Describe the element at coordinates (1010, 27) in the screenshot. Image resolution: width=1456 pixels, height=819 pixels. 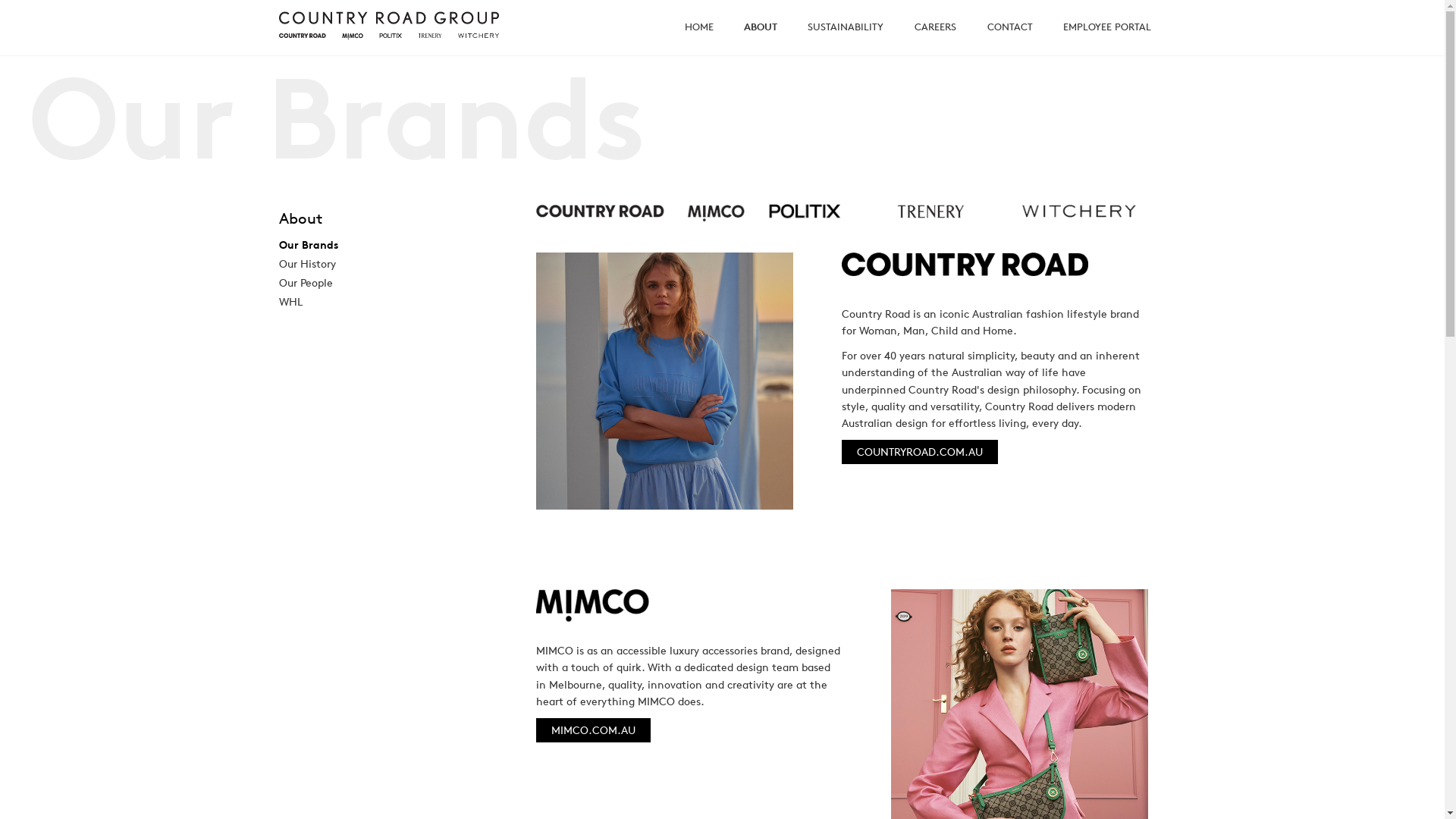
I see `'CONTACT'` at that location.